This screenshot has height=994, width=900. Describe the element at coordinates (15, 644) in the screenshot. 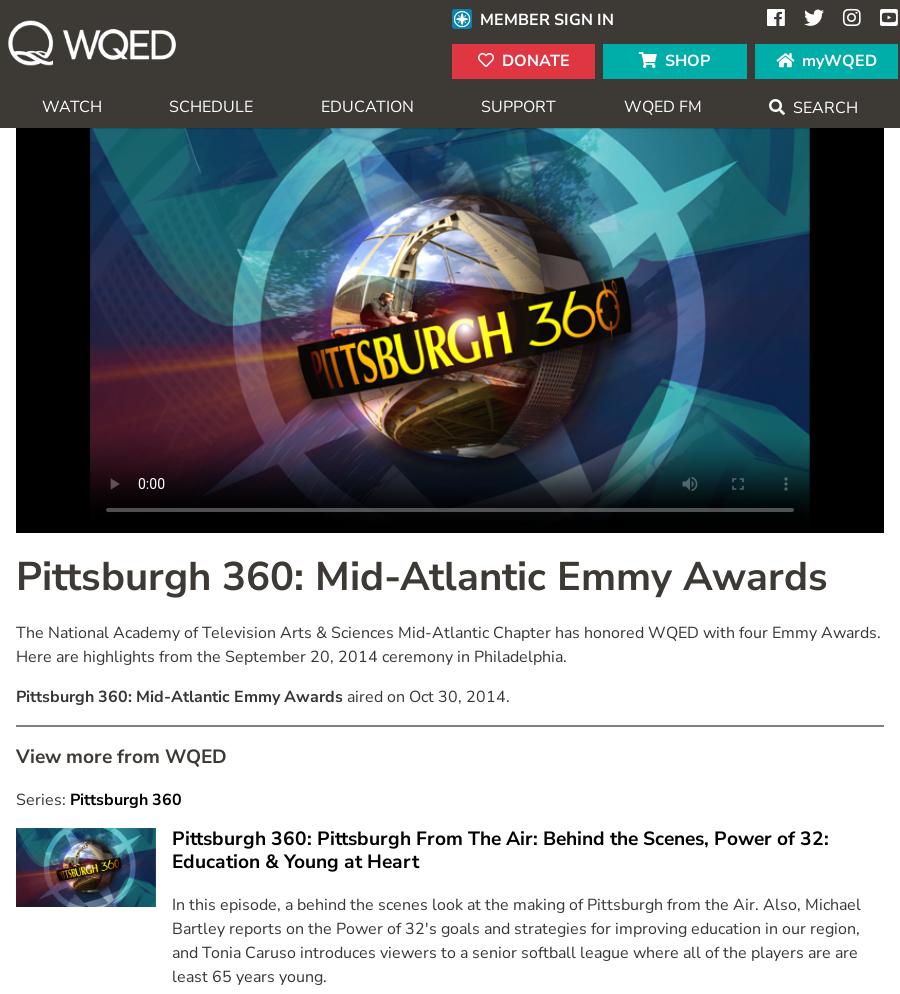

I see `'The National Academy of Television Arts & Sciences Mid-Atlantic Chapter has honored WQED with four Emmy Awards. Here are highlights from the September 20, 2014 ceremony in Philadelphia.'` at that location.